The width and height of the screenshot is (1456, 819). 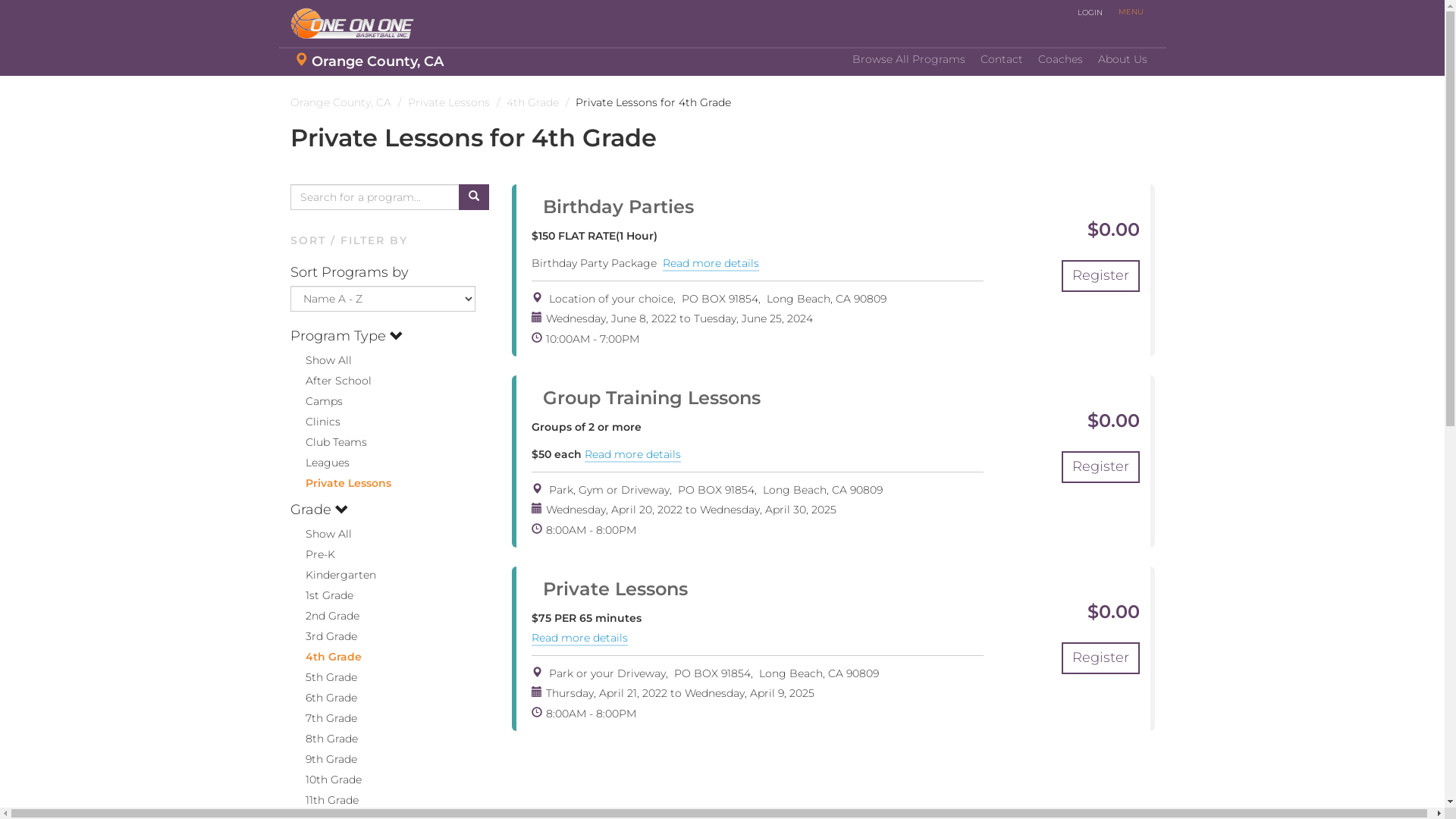 What do you see at coordinates (331, 575) in the screenshot?
I see `'Kindergarten'` at bounding box center [331, 575].